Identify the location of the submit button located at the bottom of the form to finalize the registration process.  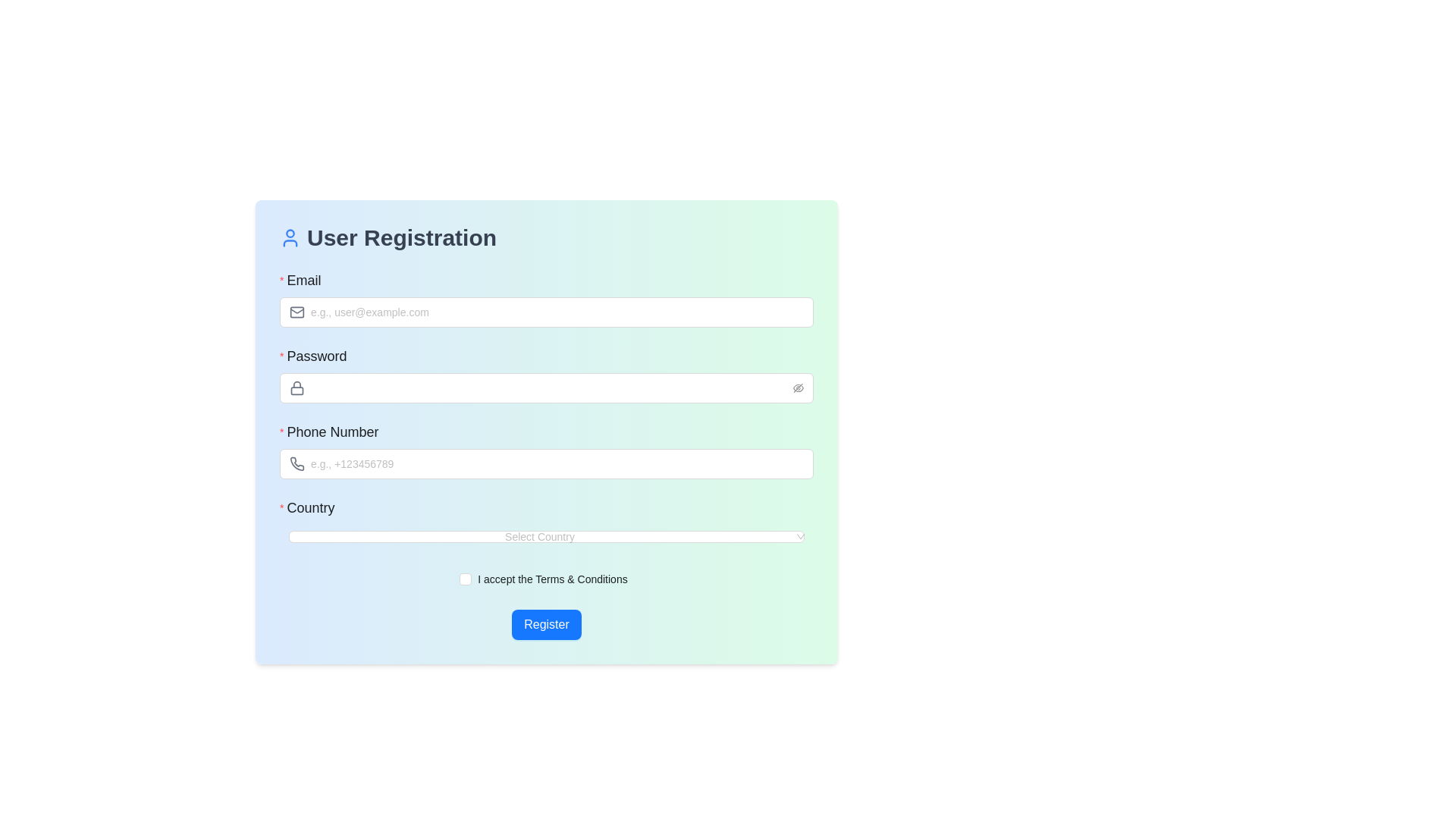
(546, 625).